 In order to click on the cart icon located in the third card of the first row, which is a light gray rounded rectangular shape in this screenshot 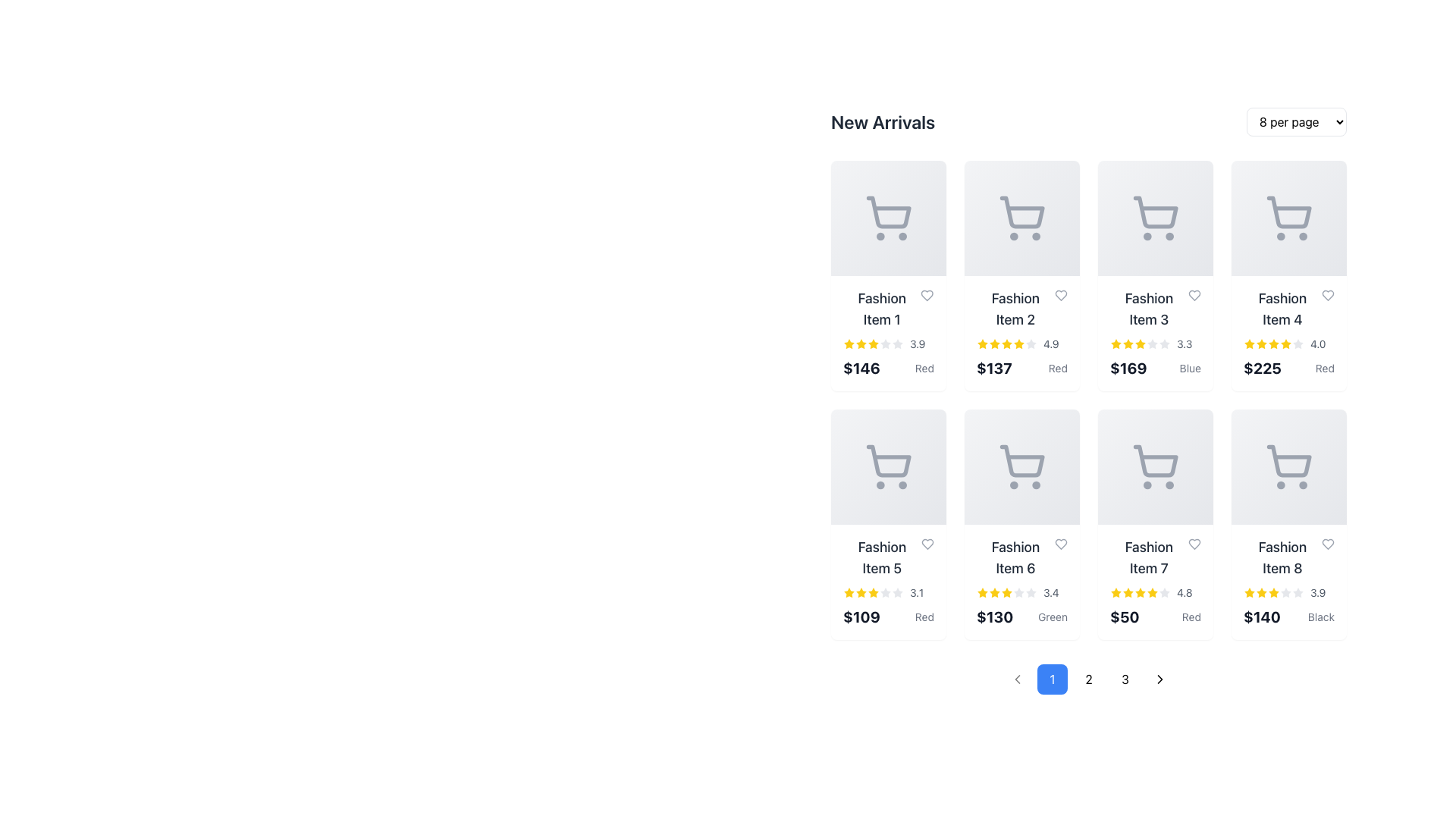, I will do `click(1155, 212)`.